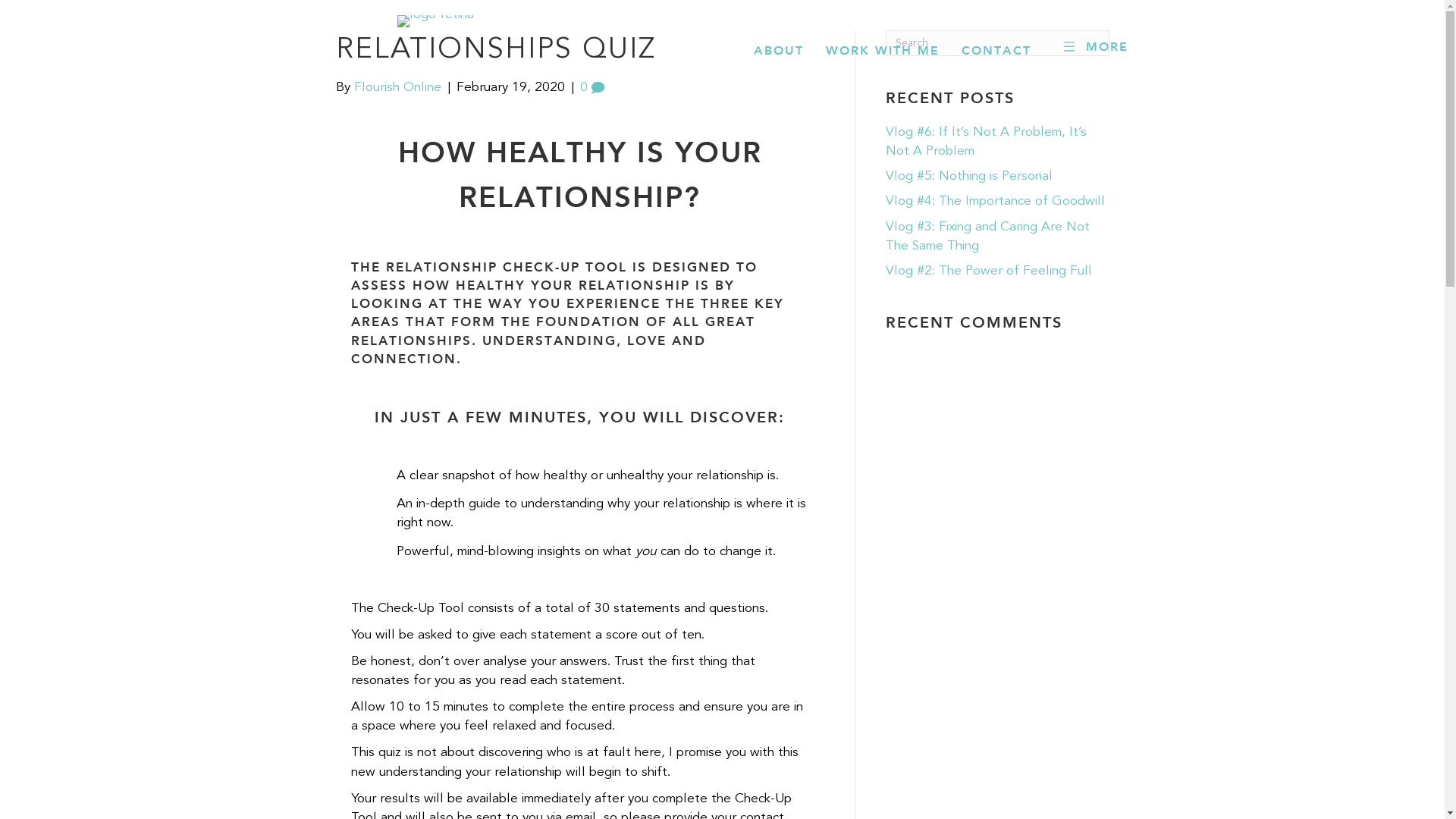 The width and height of the screenshot is (1456, 819). Describe the element at coordinates (435, 20) in the screenshot. I see `'logo-retina'` at that location.